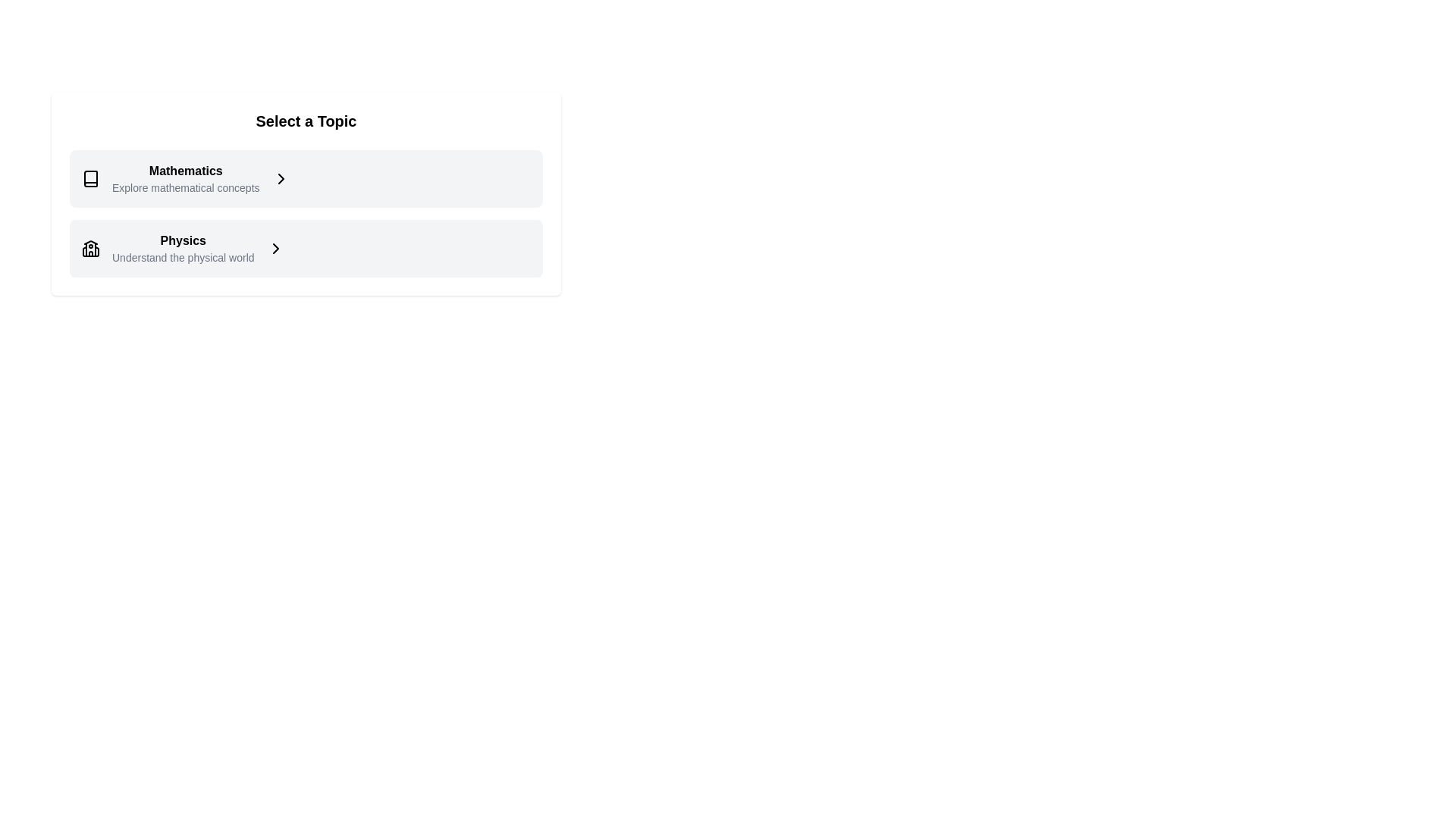 Image resolution: width=1456 pixels, height=819 pixels. I want to click on the bold text label displaying 'Physics', which is styled in black and serves as the main title for its associated content card, so click(182, 240).